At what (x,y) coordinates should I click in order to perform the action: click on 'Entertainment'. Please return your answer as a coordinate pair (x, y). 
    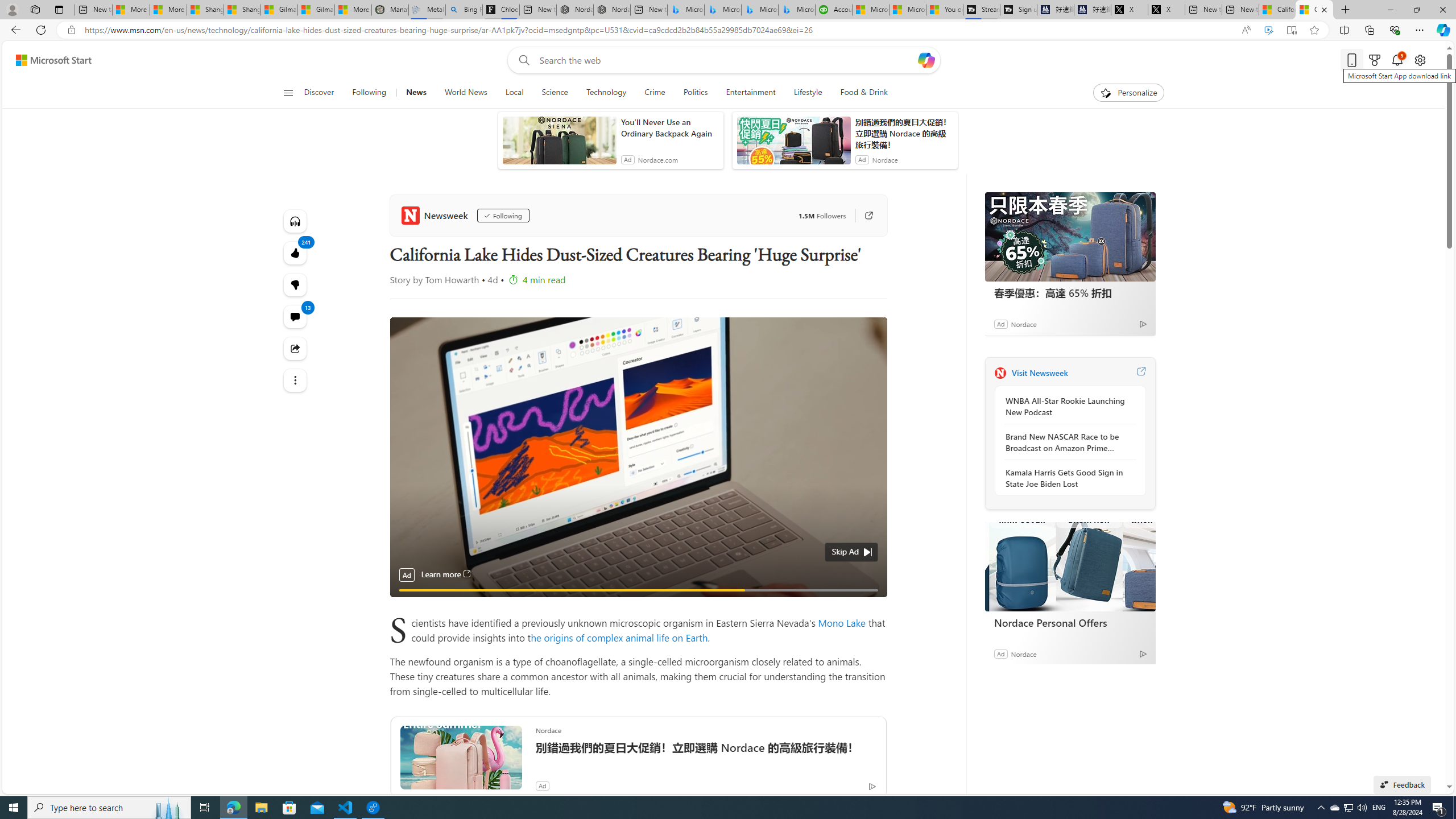
    Looking at the image, I should click on (750, 92).